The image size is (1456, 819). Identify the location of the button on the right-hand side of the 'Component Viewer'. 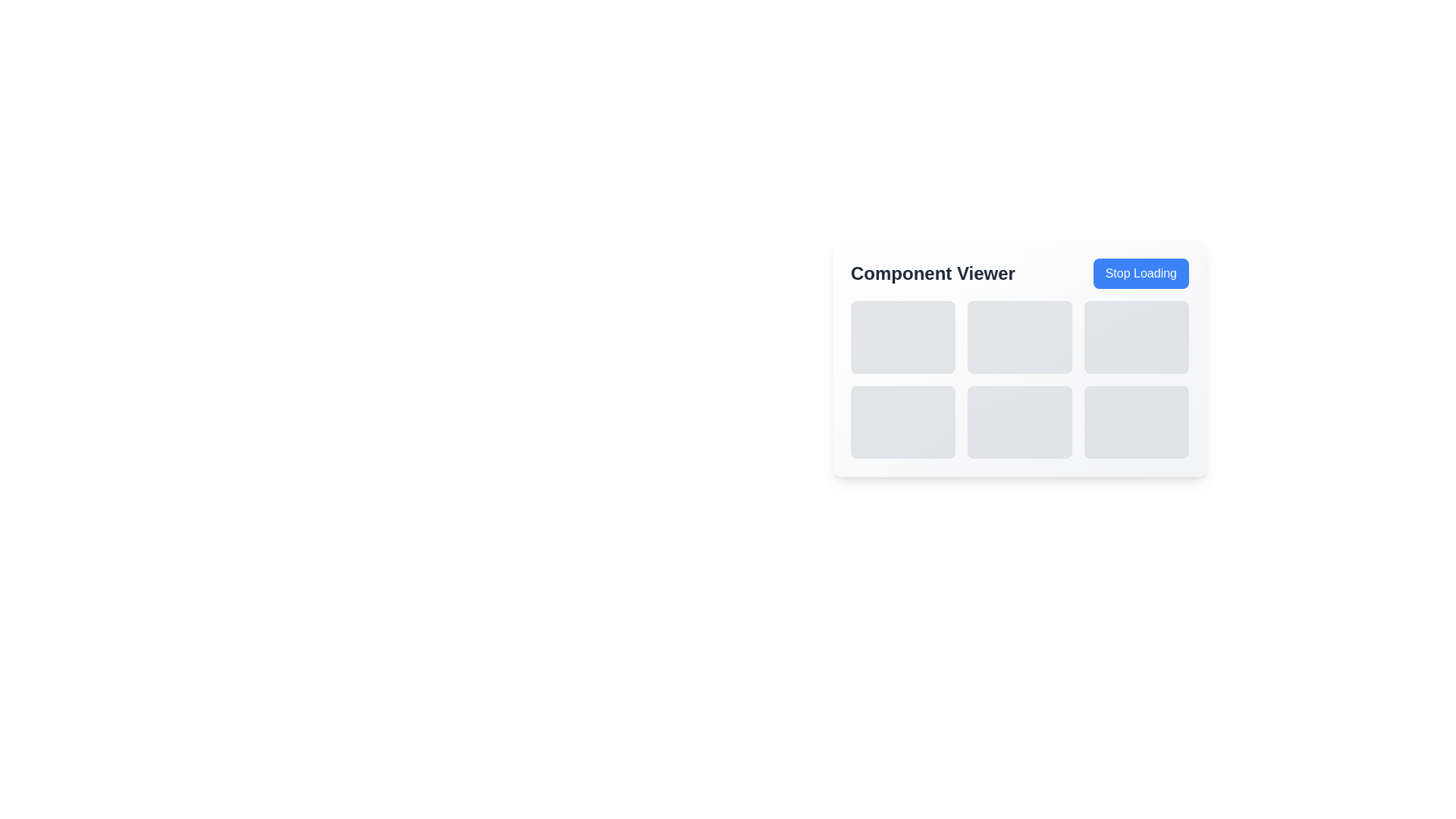
(1141, 274).